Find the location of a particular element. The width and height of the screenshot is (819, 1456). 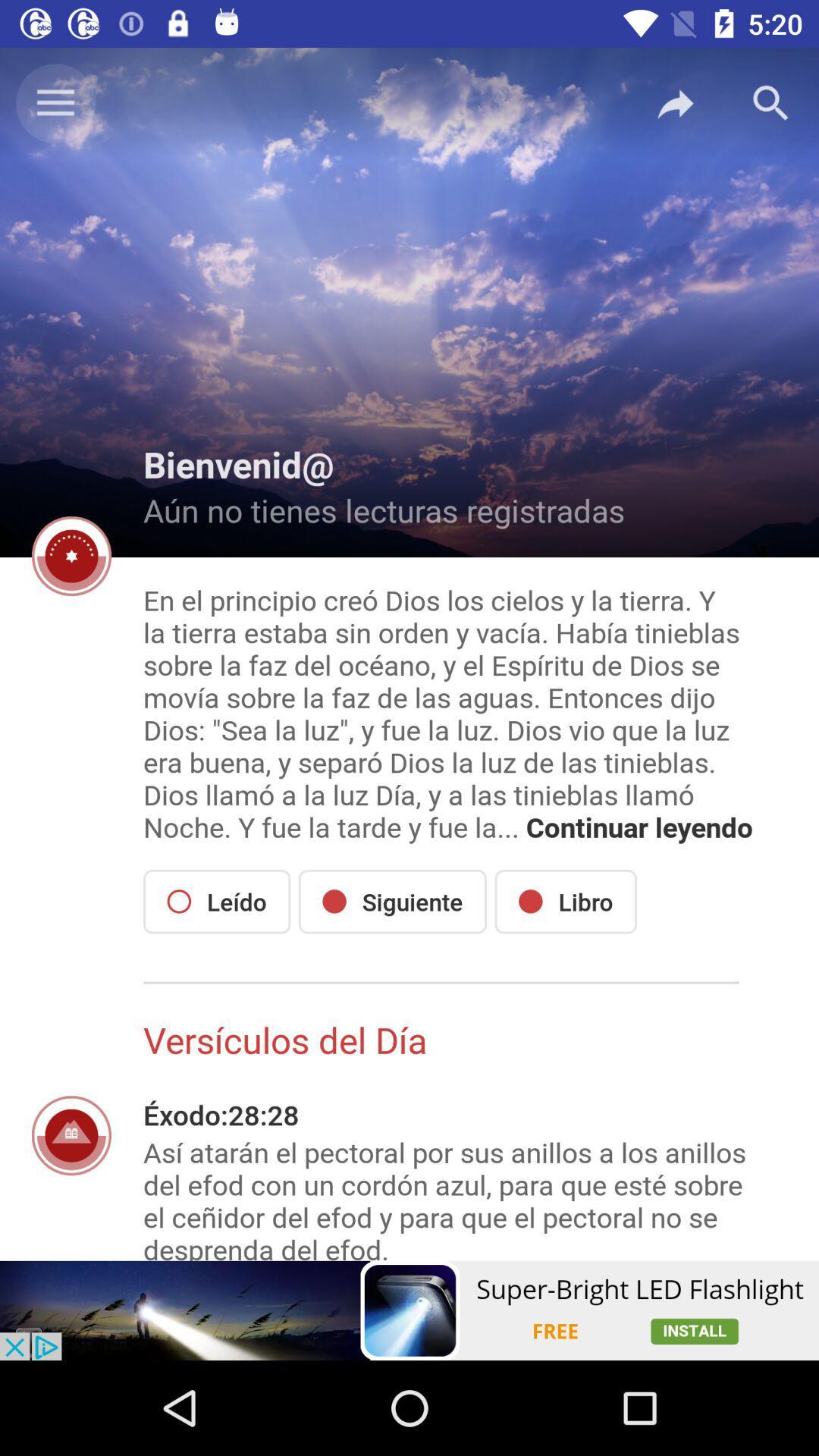

the item to the left of siguiente is located at coordinates (217, 902).